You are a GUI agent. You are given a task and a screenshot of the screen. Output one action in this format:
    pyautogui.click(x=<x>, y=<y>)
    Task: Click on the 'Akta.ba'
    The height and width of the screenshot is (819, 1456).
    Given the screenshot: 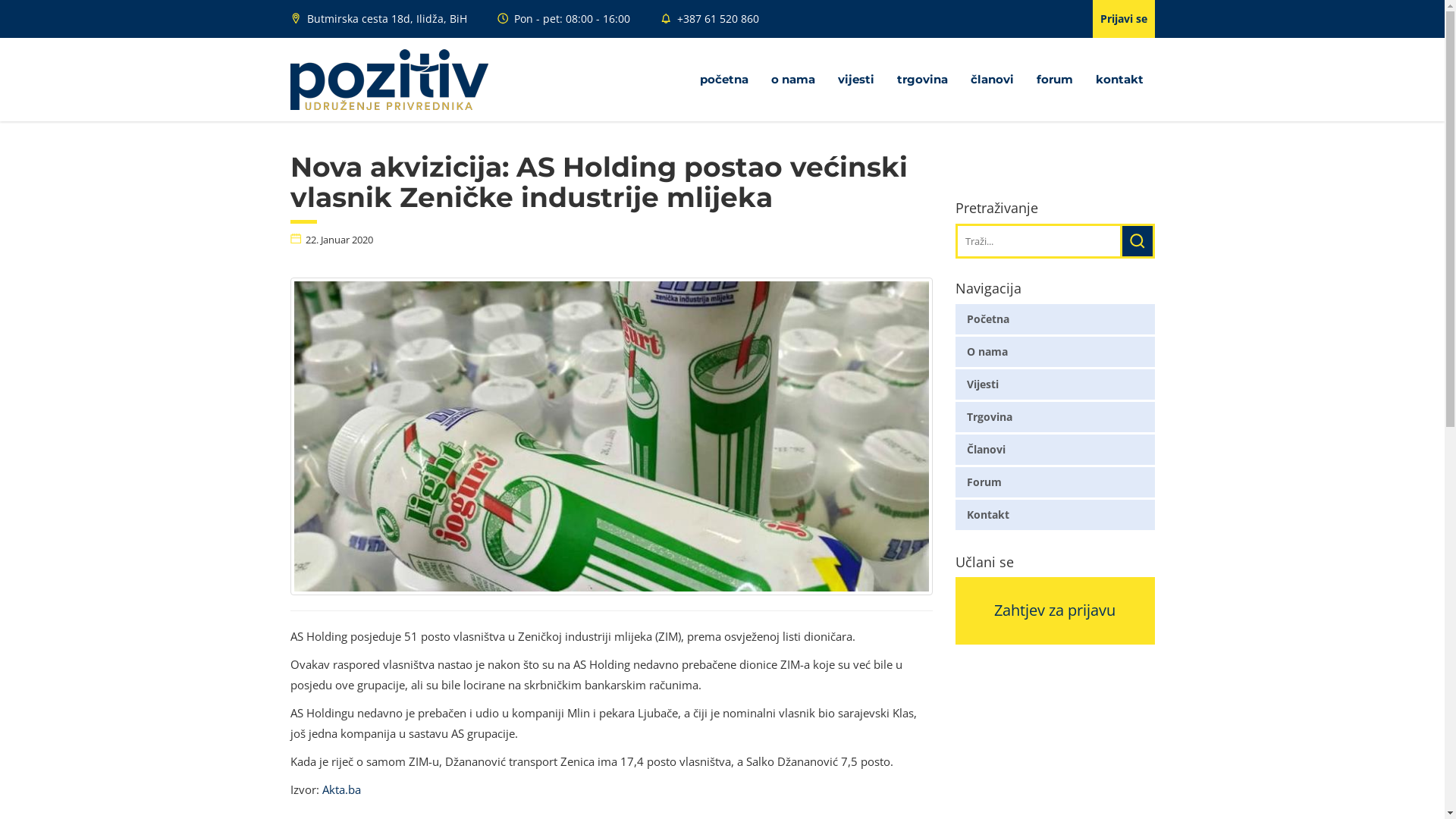 What is the action you would take?
    pyautogui.click(x=340, y=789)
    